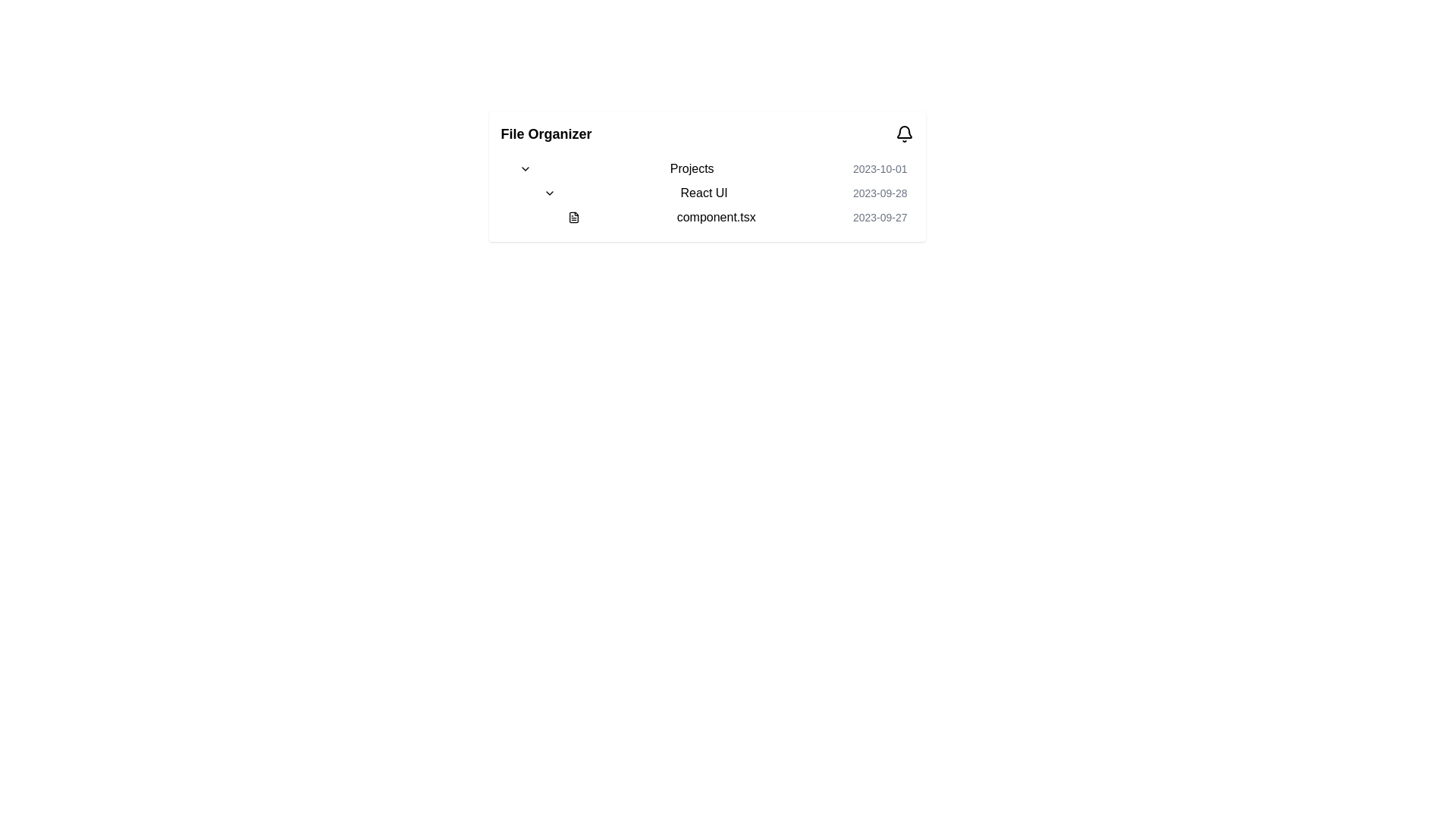  I want to click on the appearance of the icon representing the file 'component.tsx' located in the file organizer interface, so click(573, 217).